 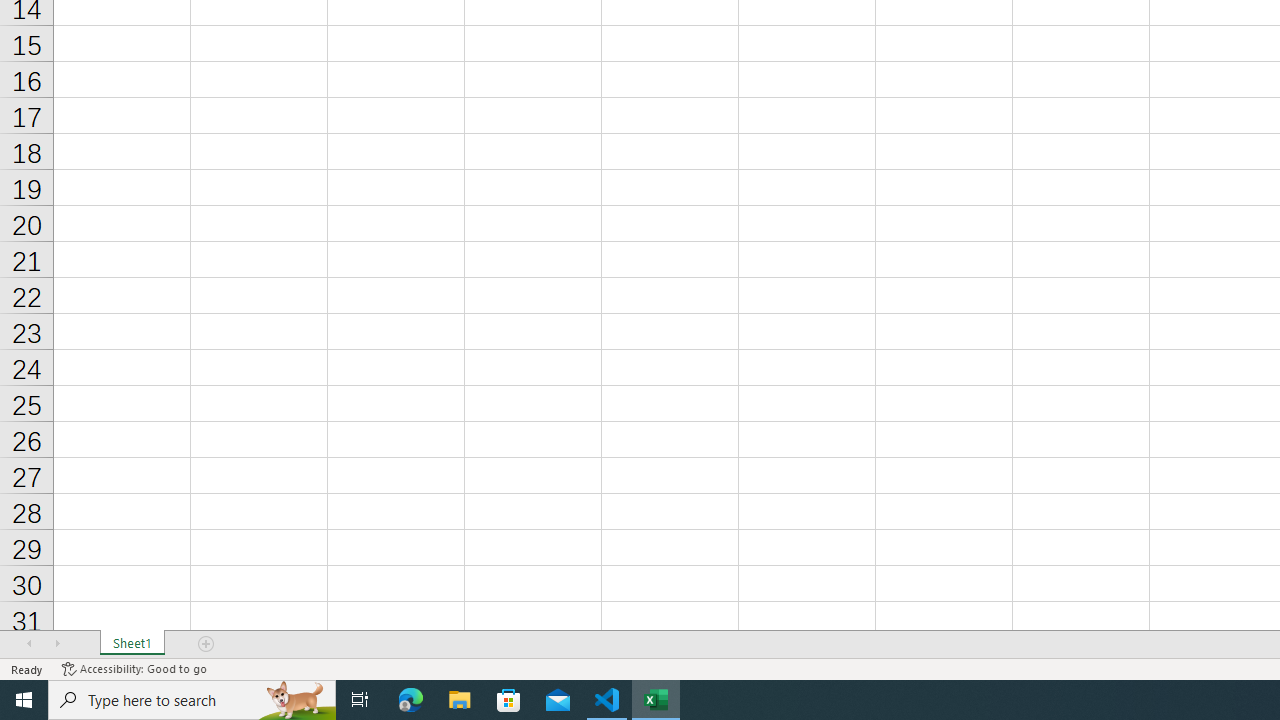 What do you see at coordinates (57, 644) in the screenshot?
I see `'Scroll Right'` at bounding box center [57, 644].